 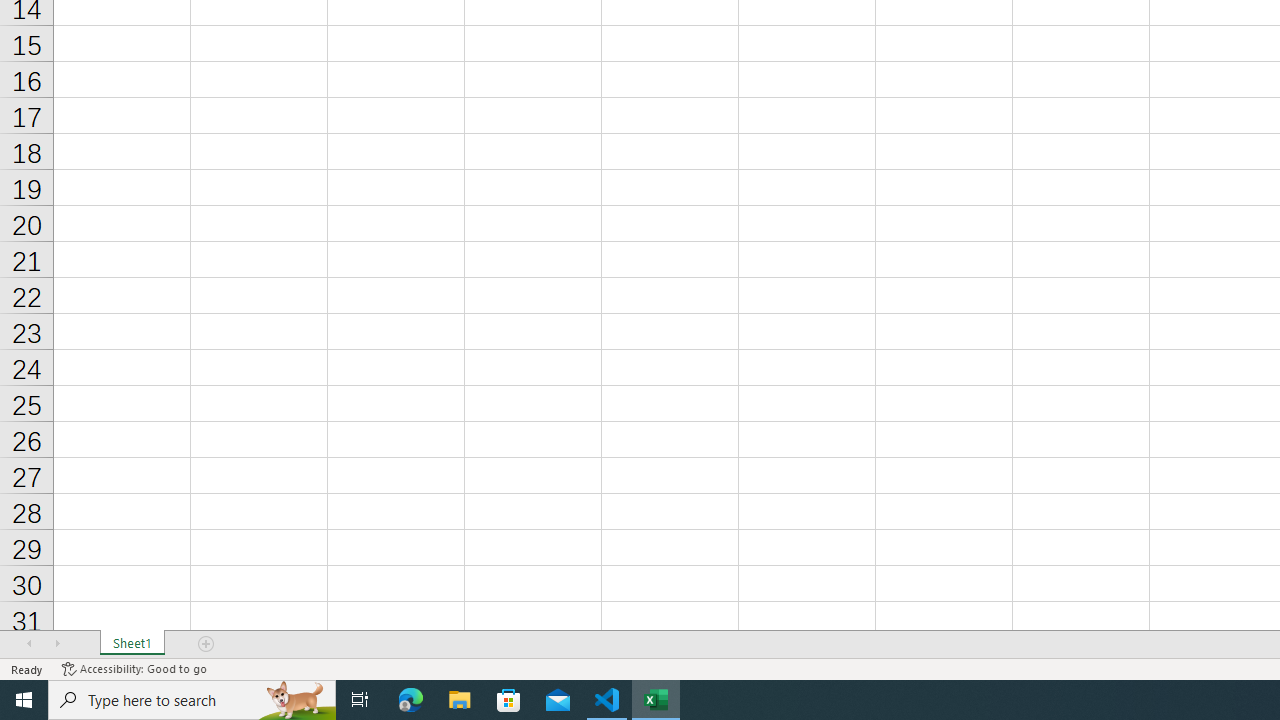 What do you see at coordinates (57, 644) in the screenshot?
I see `'Scroll Right'` at bounding box center [57, 644].